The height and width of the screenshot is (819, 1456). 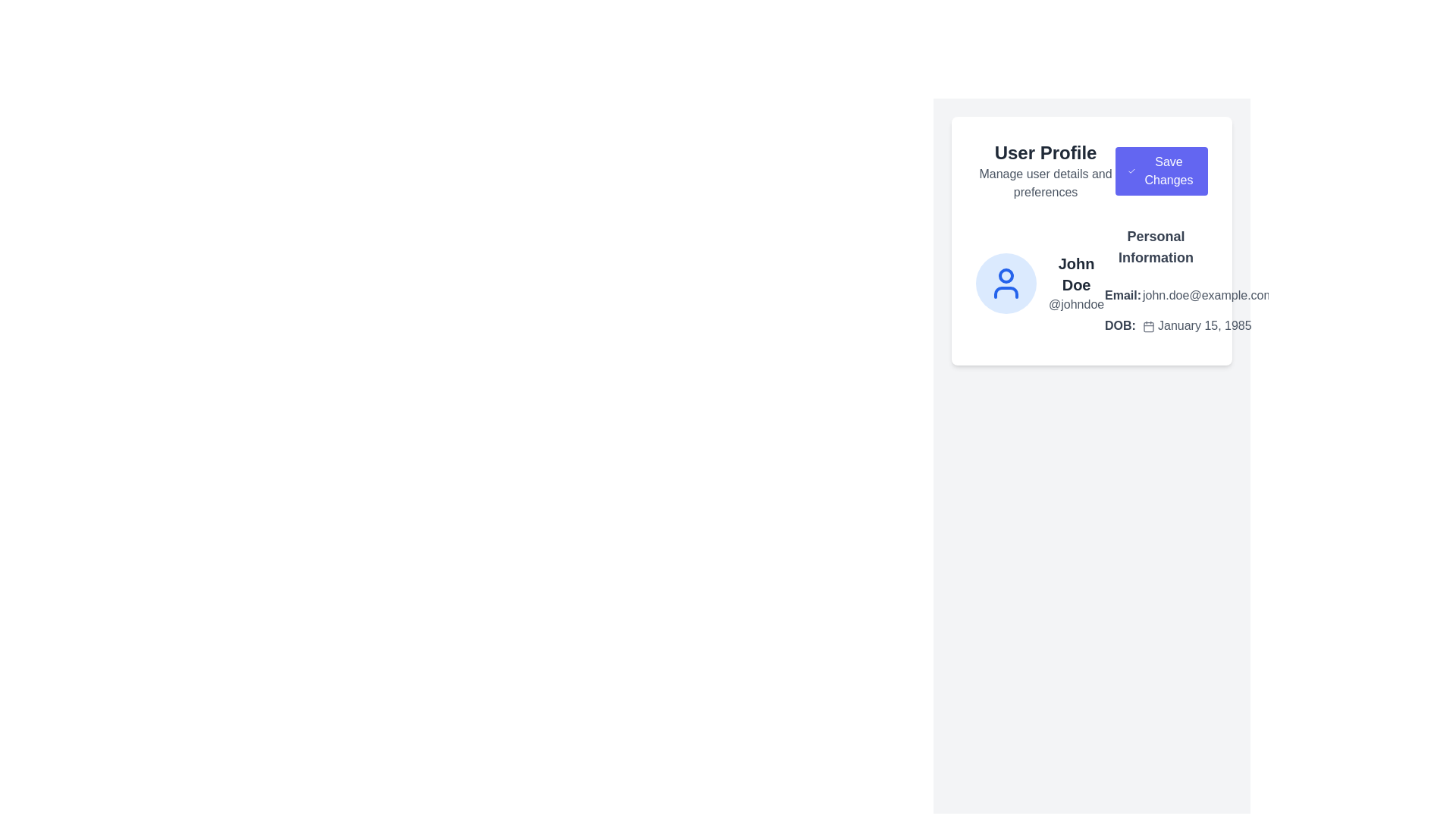 I want to click on the 'Email:' text label, which is a bold gray label located in the 'Personal Information' section of the user profile card, so click(x=1123, y=295).